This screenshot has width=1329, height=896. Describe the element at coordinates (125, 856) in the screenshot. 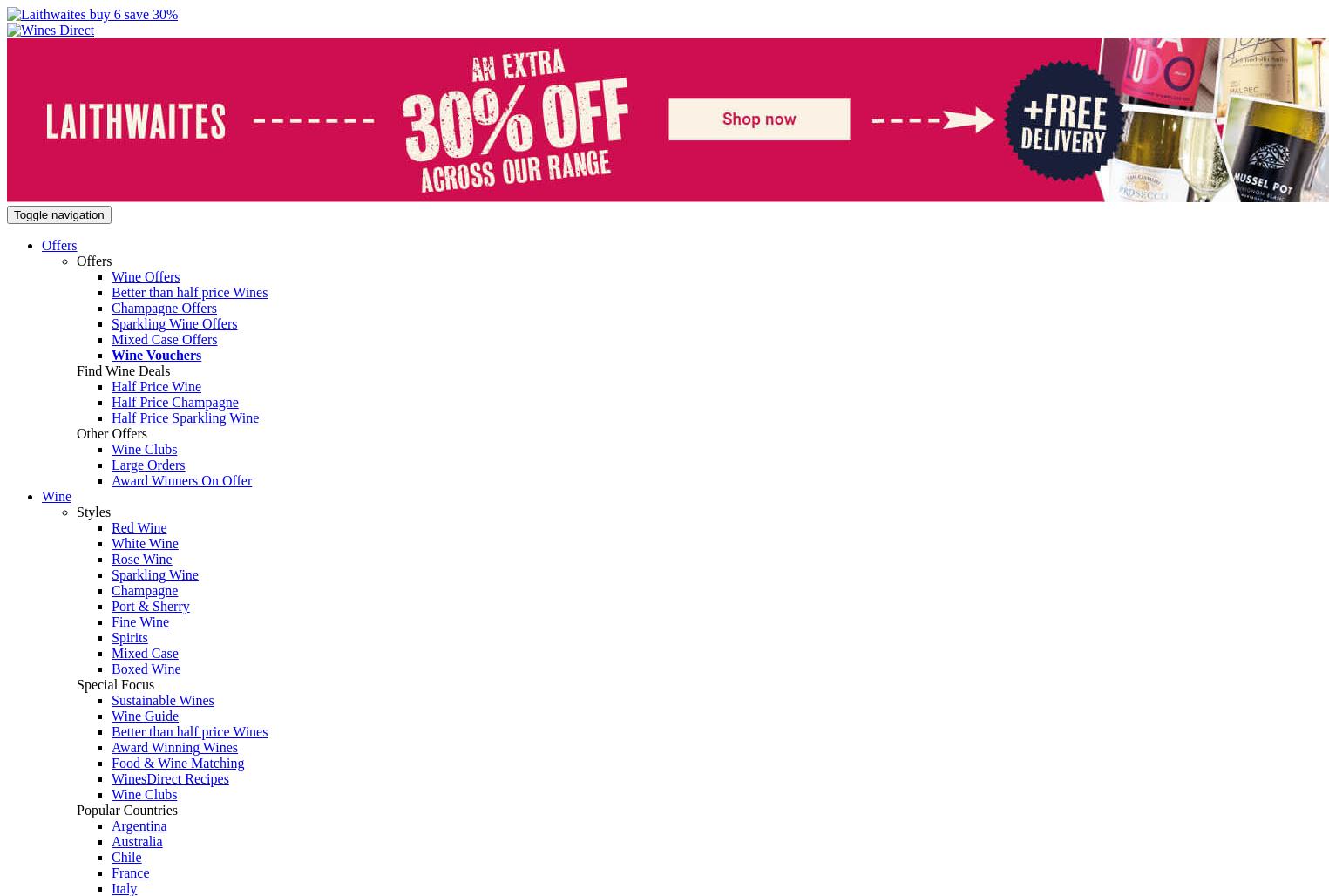

I see `'Chile'` at that location.